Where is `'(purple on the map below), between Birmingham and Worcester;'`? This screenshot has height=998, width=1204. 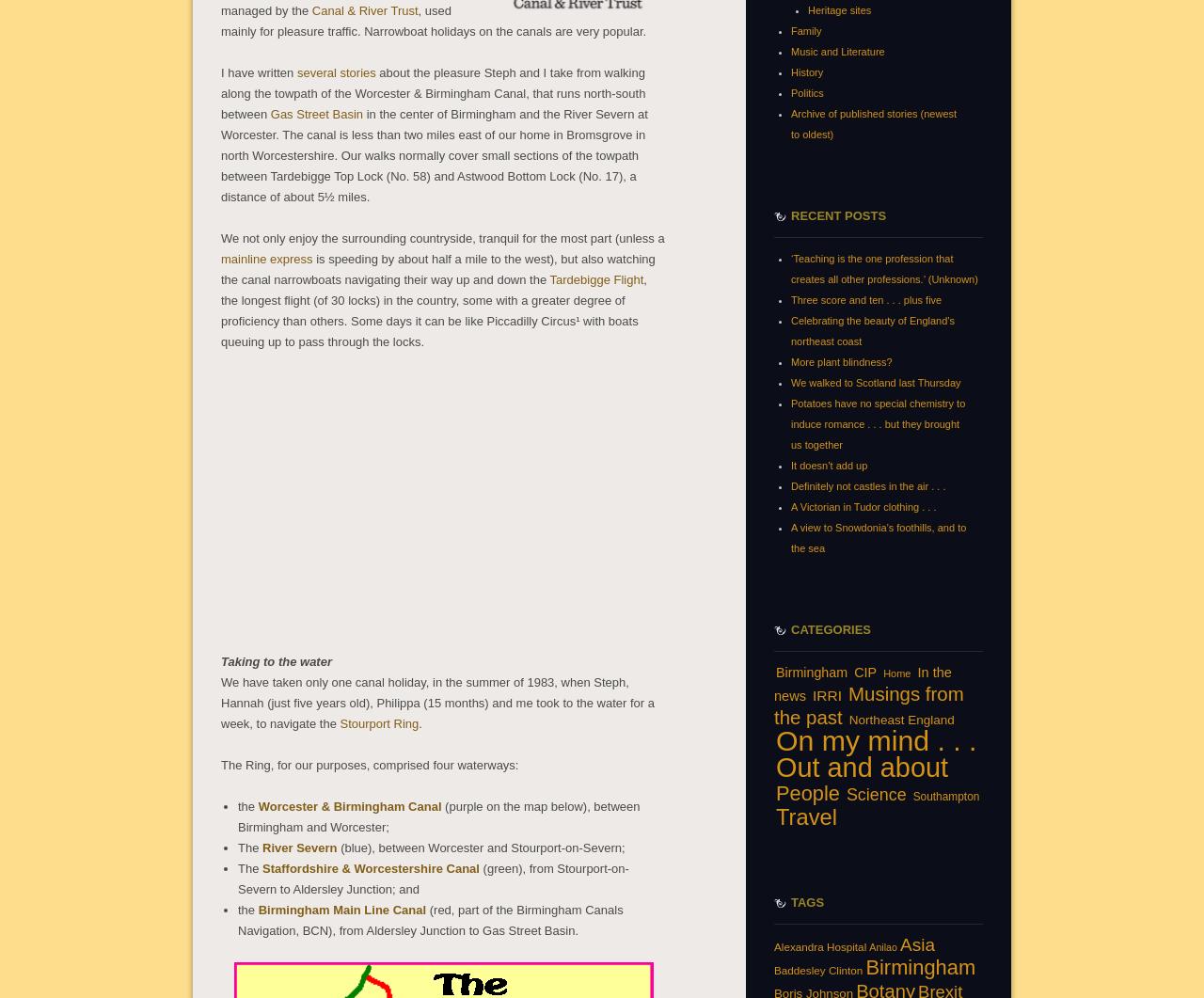 '(purple on the map below), between Birmingham and Worcester;' is located at coordinates (237, 816).